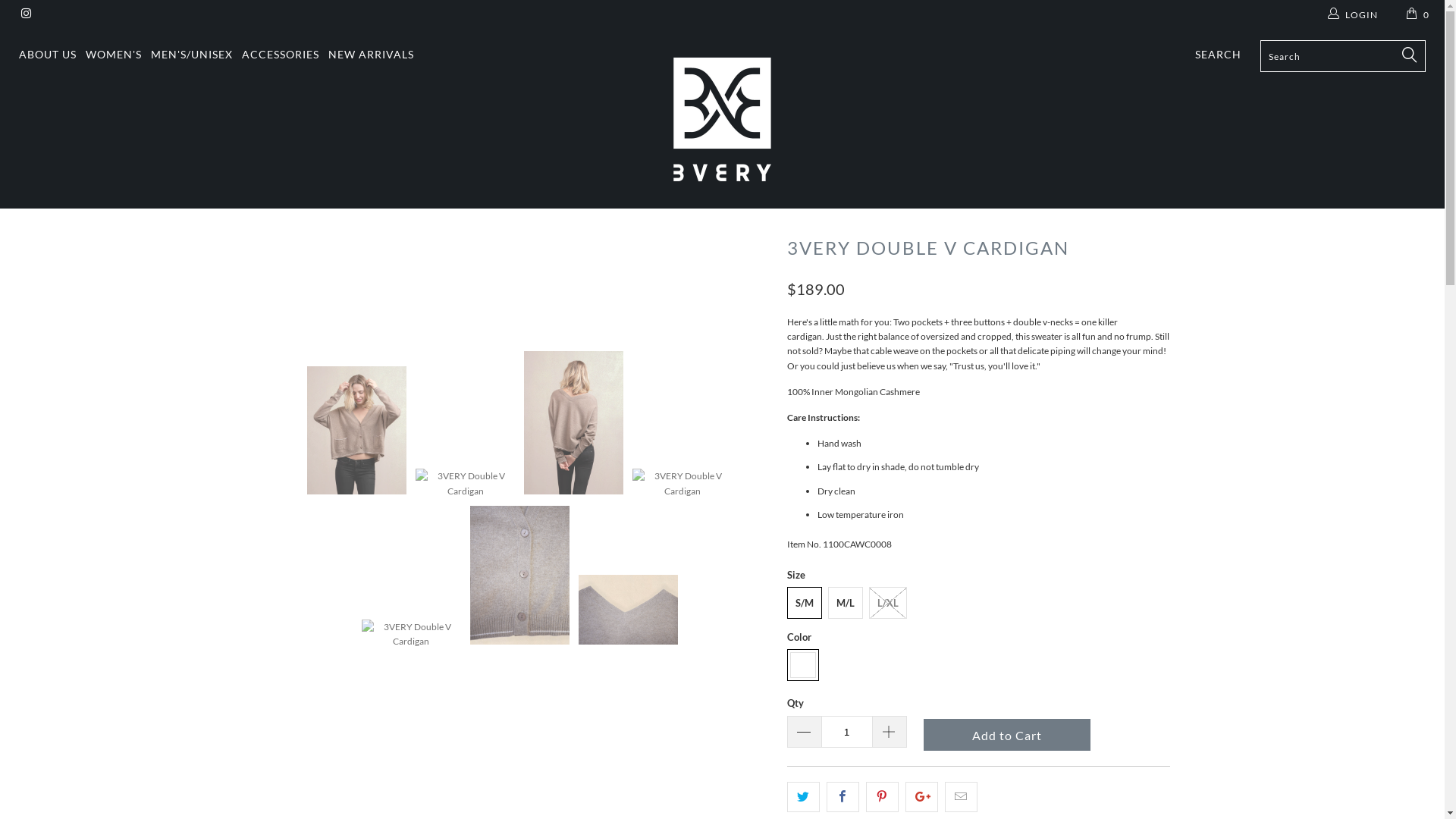  Describe the element at coordinates (47, 54) in the screenshot. I see `'ABOUT US'` at that location.